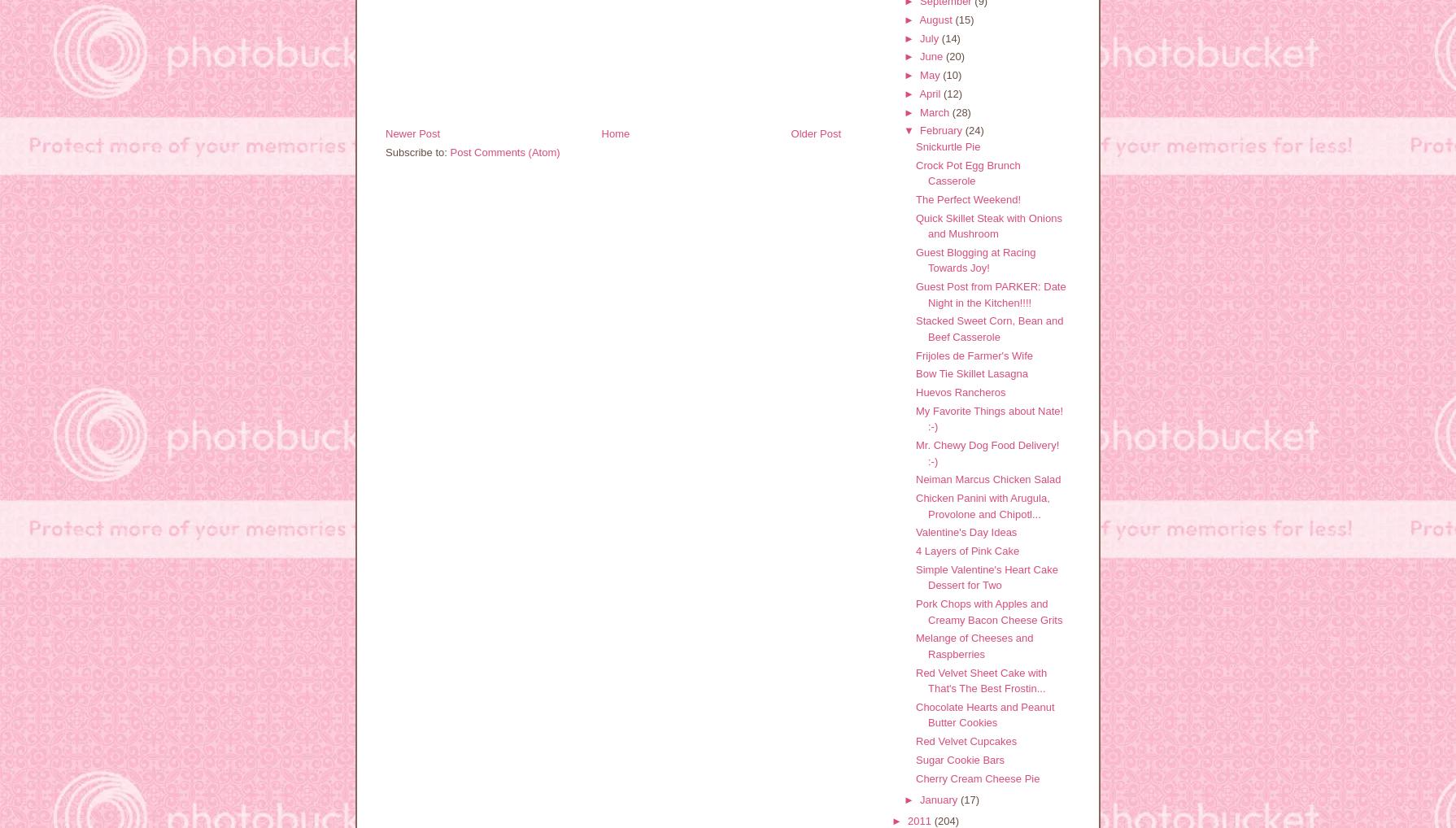 Image resolution: width=1456 pixels, height=828 pixels. Describe the element at coordinates (916, 198) in the screenshot. I see `'The Perfect Weekend!'` at that location.